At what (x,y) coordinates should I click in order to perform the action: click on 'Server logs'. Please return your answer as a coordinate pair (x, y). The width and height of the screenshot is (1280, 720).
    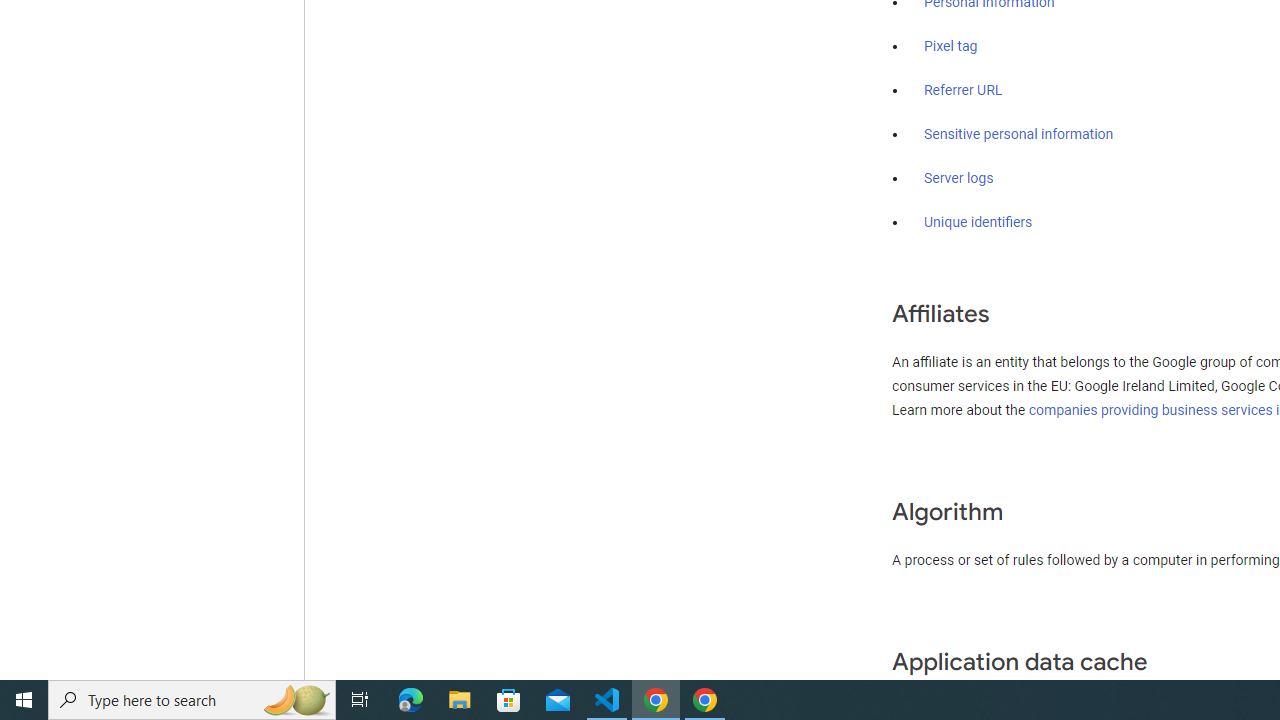
    Looking at the image, I should click on (958, 177).